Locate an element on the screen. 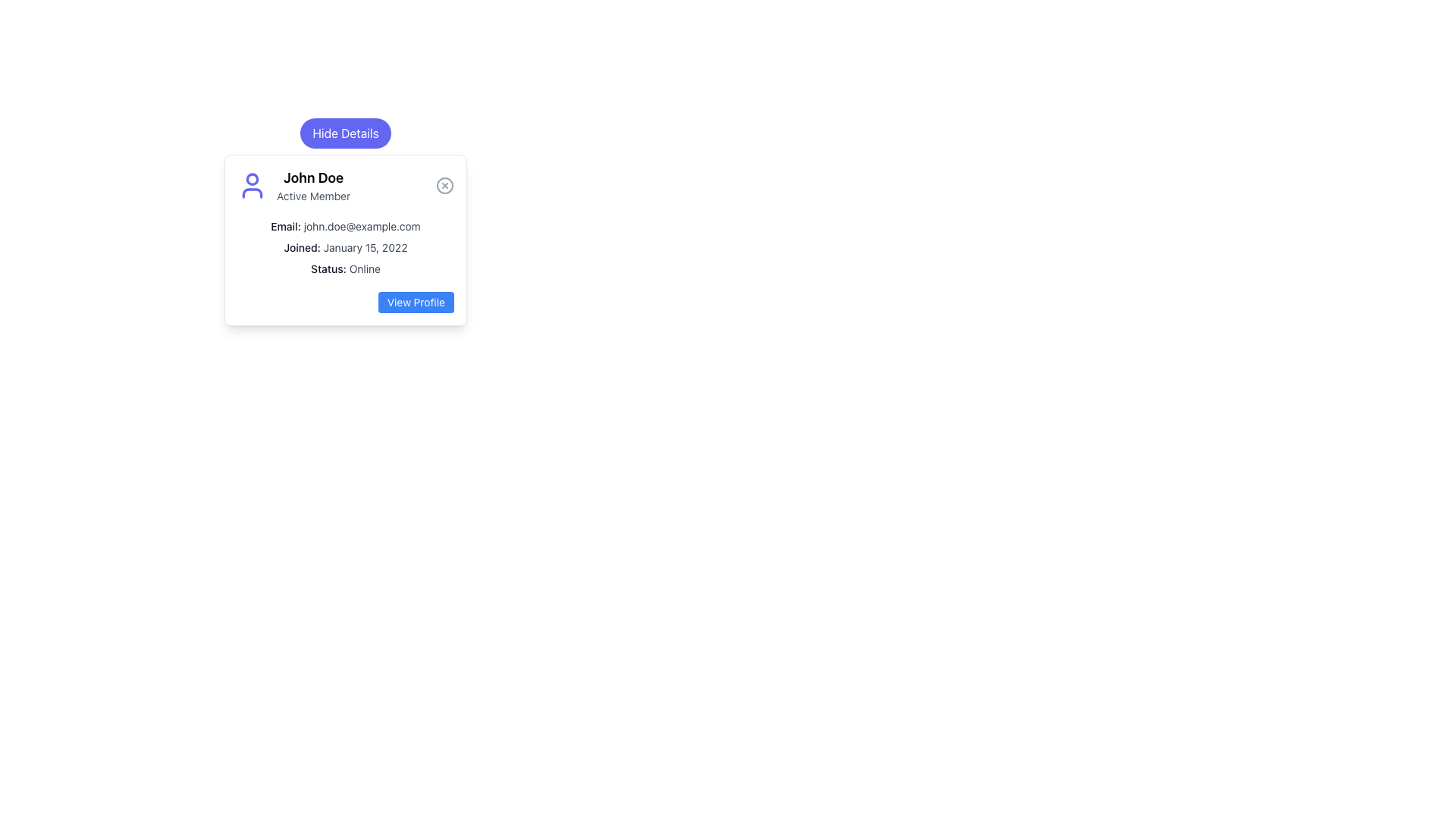  the circular close icon located at the top-right corner of the user profile card for user 'John Doe' is located at coordinates (444, 185).